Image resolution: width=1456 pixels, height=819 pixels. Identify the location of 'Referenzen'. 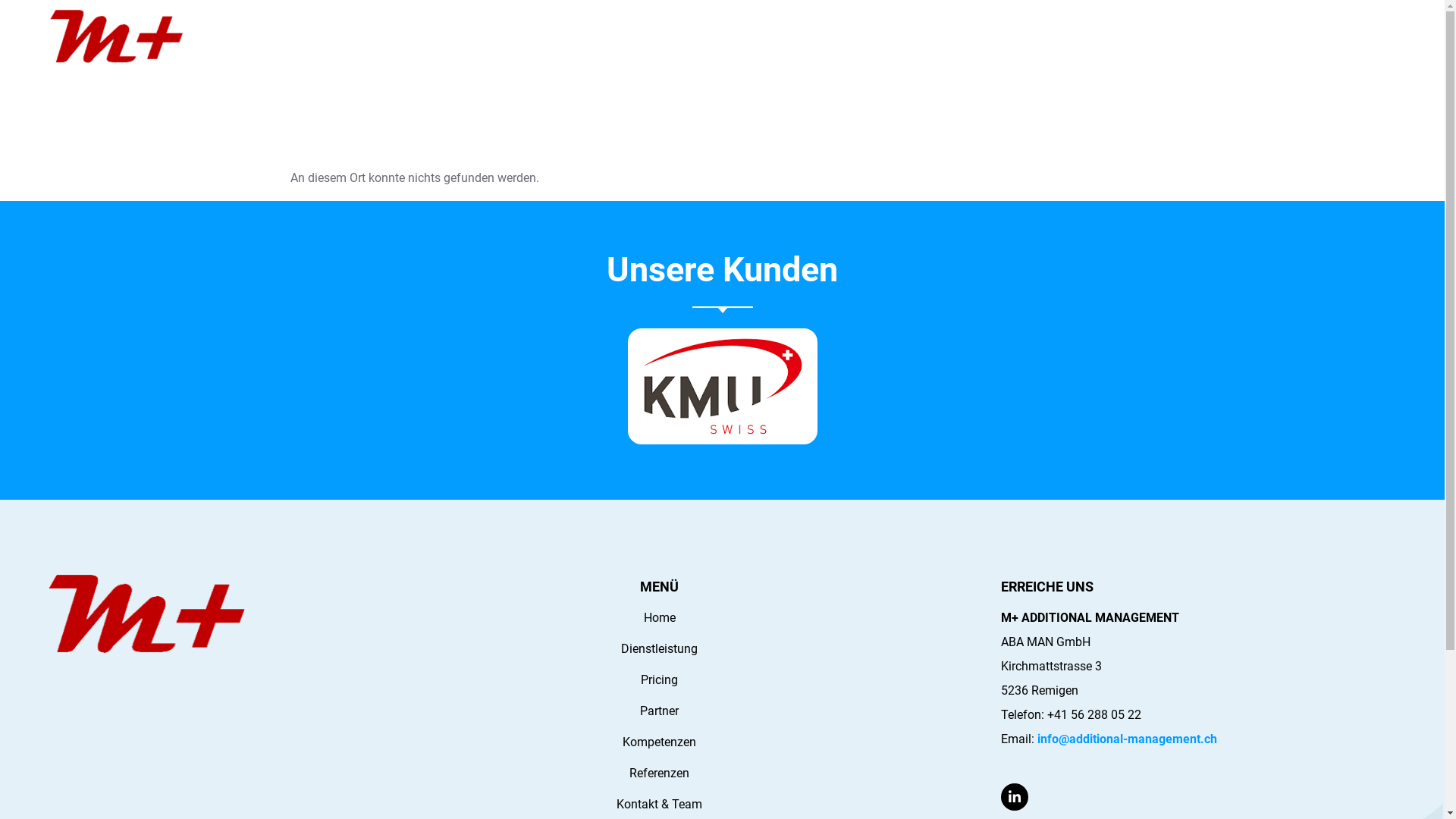
(659, 773).